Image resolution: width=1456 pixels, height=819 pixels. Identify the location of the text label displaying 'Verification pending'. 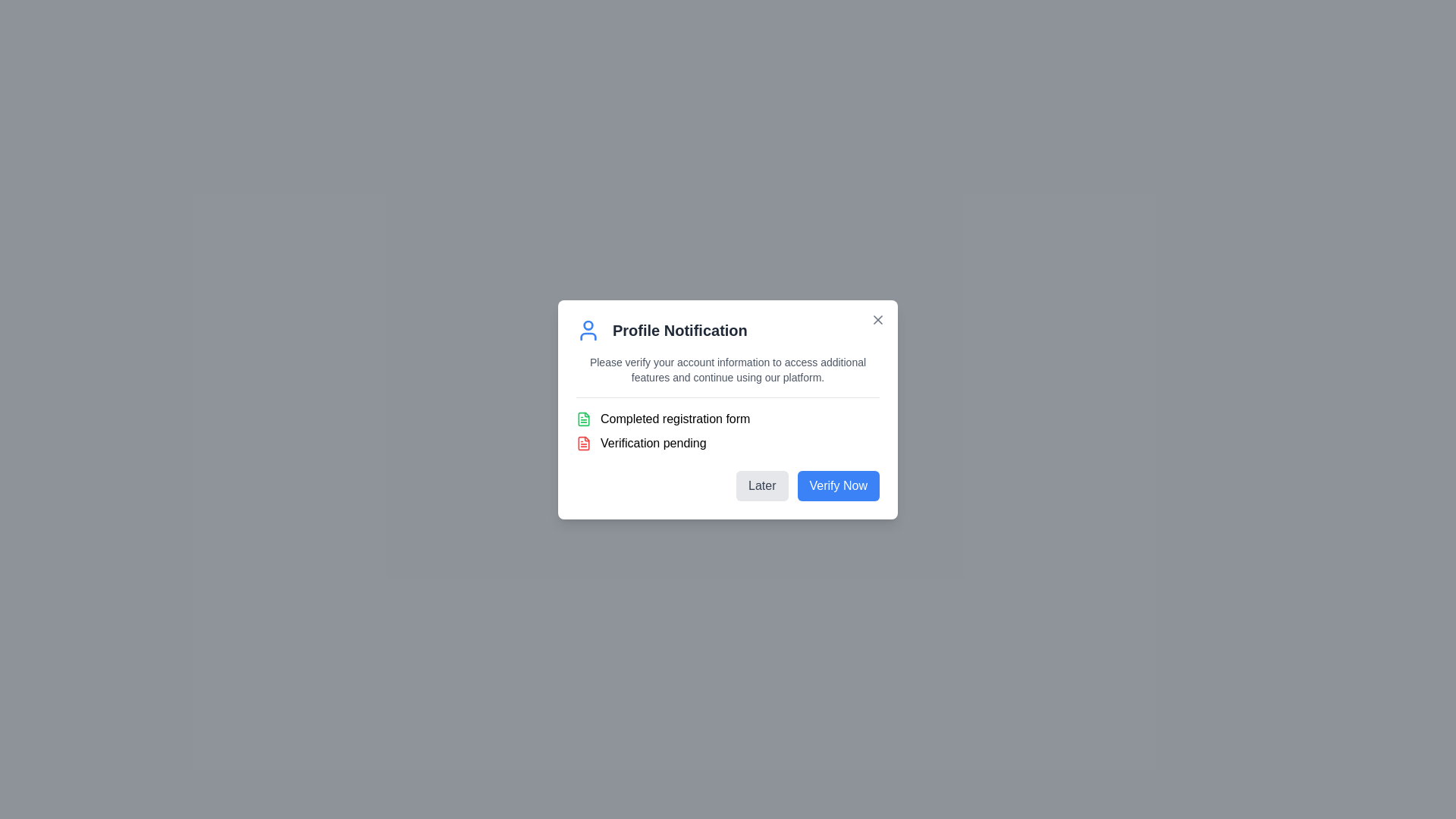
(653, 443).